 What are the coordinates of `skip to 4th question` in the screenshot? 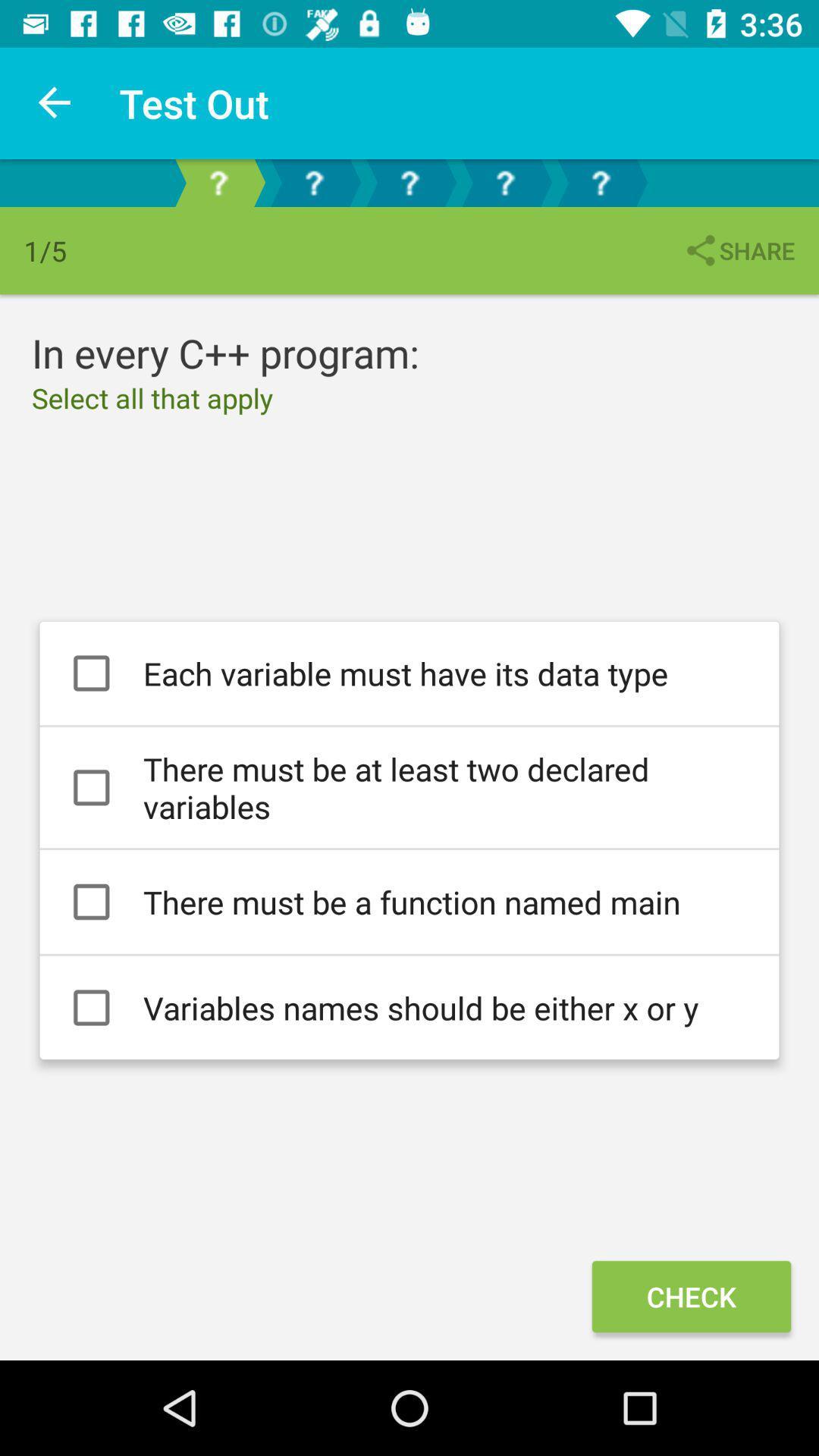 It's located at (505, 182).